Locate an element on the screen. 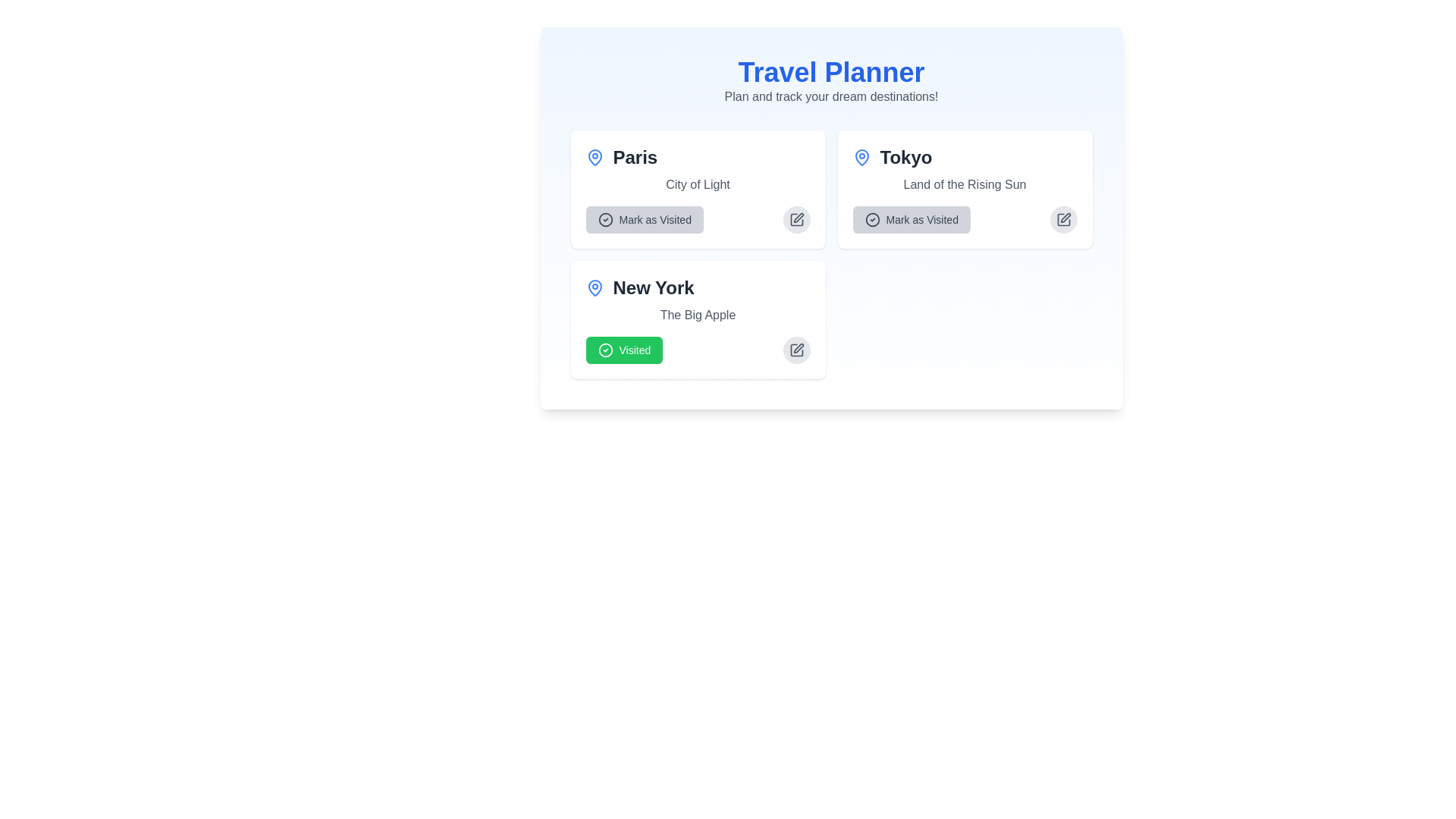  the text element displaying 'Land of the Rising Sun' located in the Tokyo destination card, which is styled with a small-sized gray font and positioned directly below the heading 'Tokyo' is located at coordinates (964, 184).